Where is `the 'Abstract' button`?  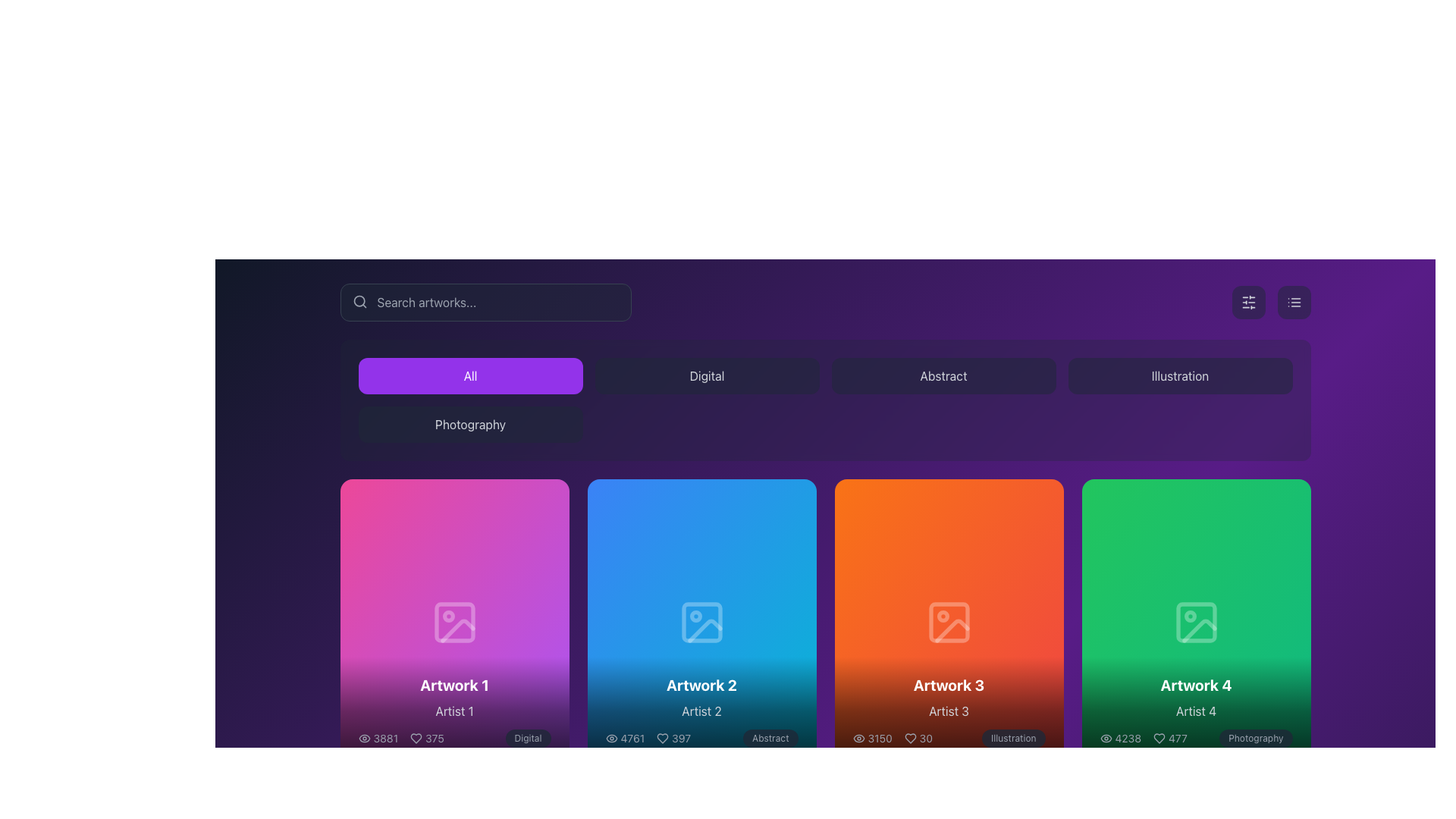 the 'Abstract' button is located at coordinates (943, 375).